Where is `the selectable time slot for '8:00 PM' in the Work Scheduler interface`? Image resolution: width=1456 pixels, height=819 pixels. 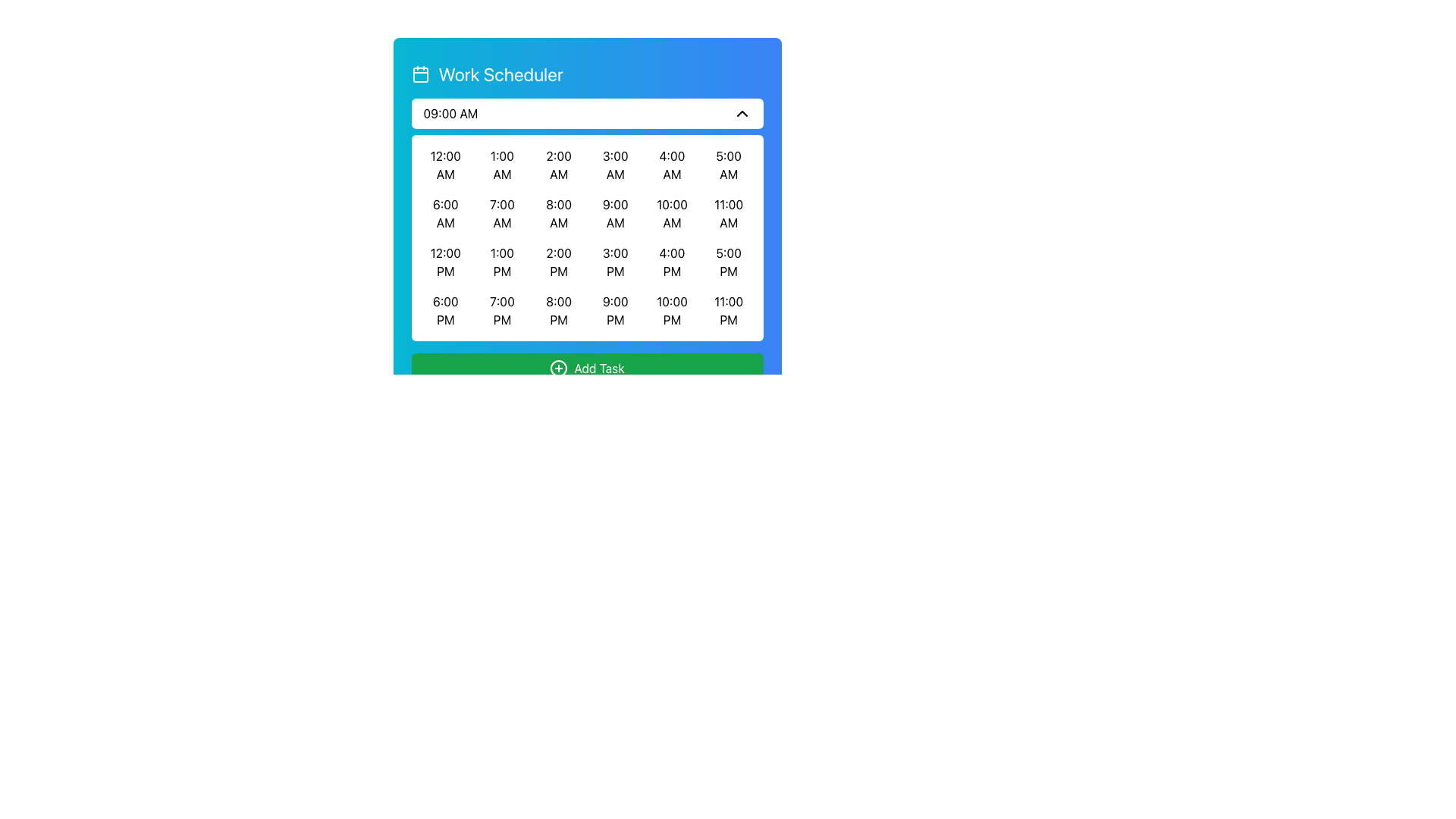
the selectable time slot for '8:00 PM' in the Work Scheduler interface is located at coordinates (558, 309).